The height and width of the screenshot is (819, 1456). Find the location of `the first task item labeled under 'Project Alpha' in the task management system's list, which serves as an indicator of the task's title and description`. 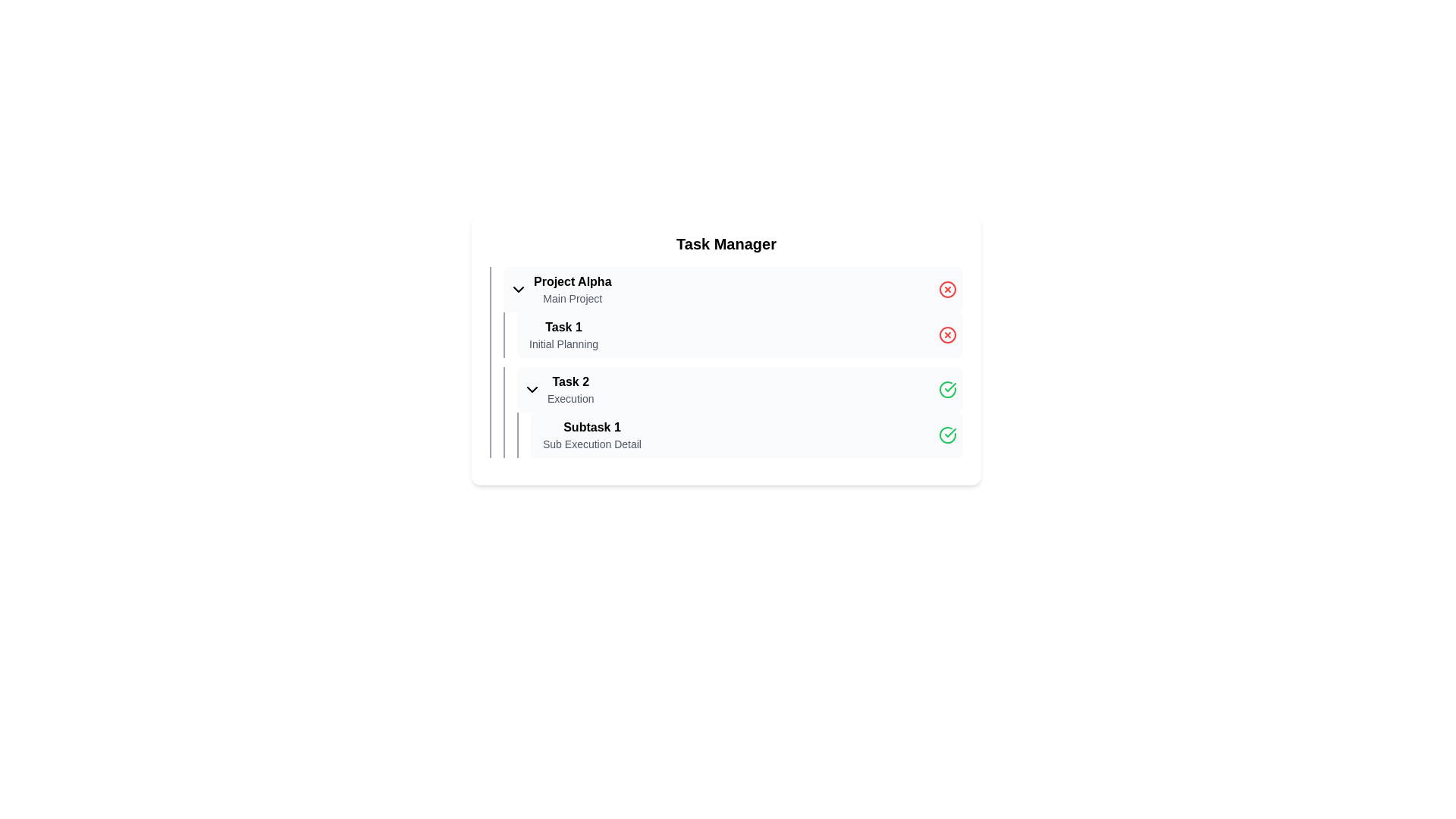

the first task item labeled under 'Project Alpha' in the task management system's list, which serves as an indicator of the task's title and description is located at coordinates (560, 334).